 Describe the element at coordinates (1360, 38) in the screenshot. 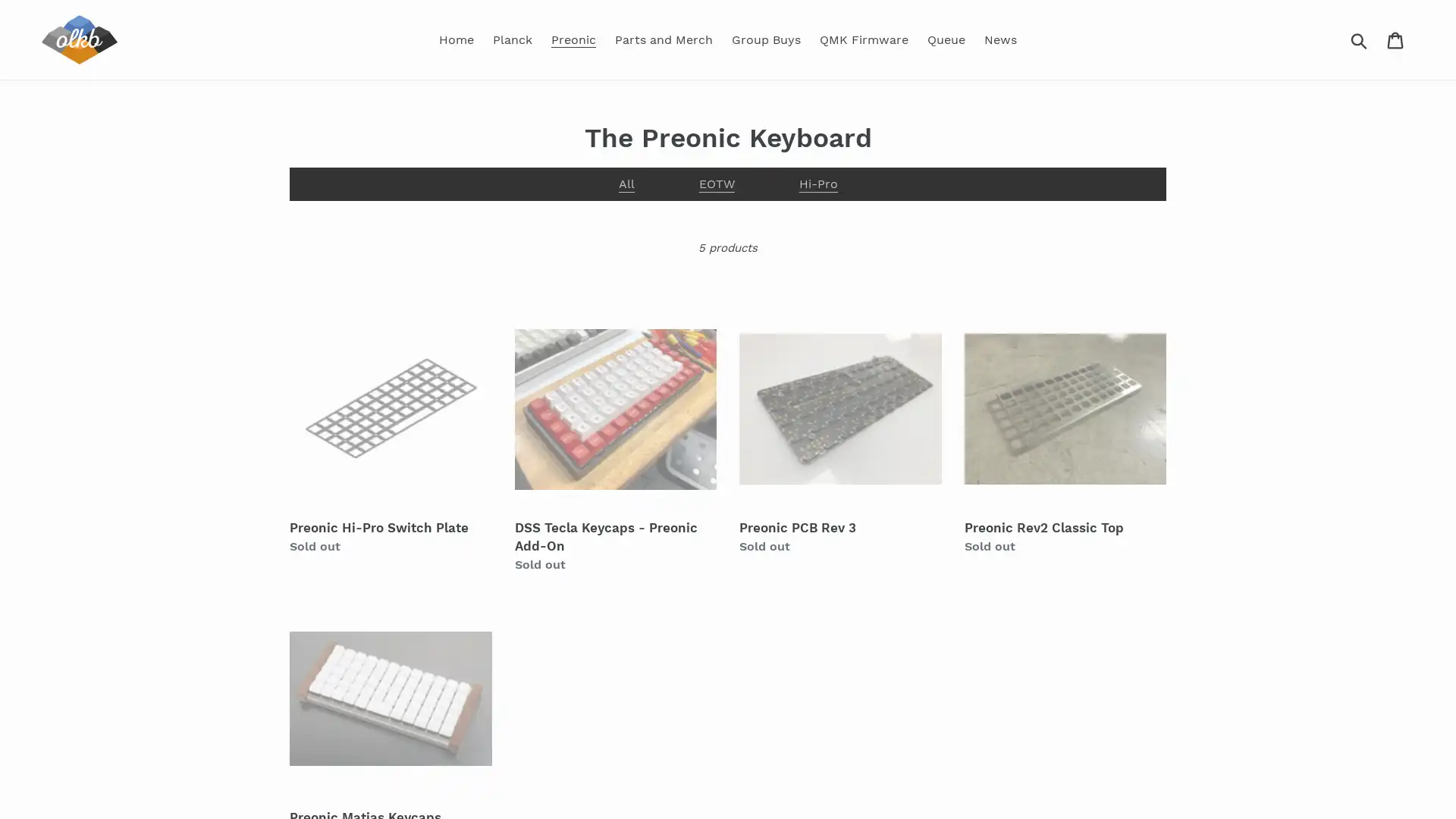

I see `Submit` at that location.